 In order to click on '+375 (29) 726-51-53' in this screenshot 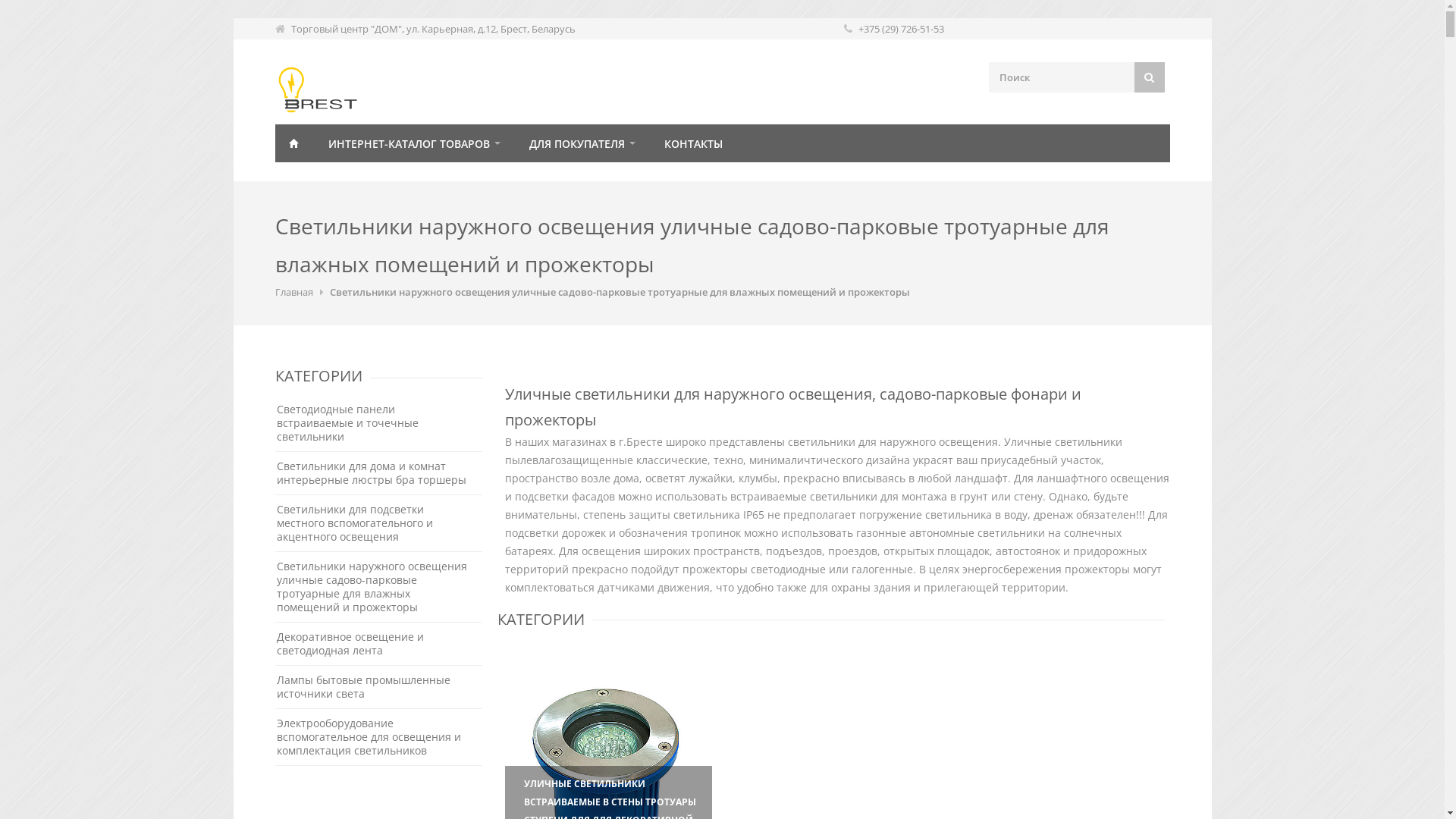, I will do `click(901, 29)`.